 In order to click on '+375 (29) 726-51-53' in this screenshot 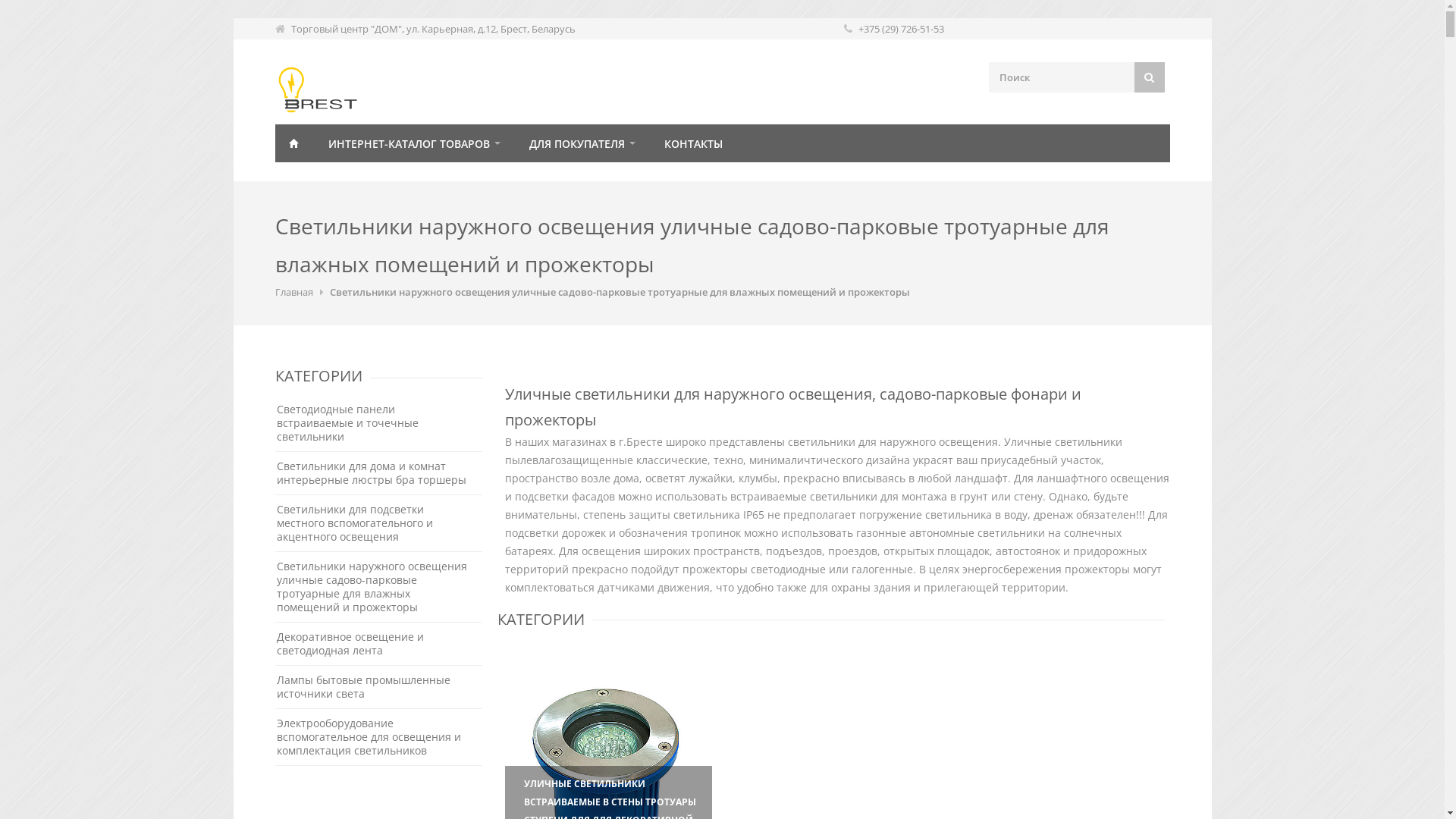, I will do `click(901, 29)`.